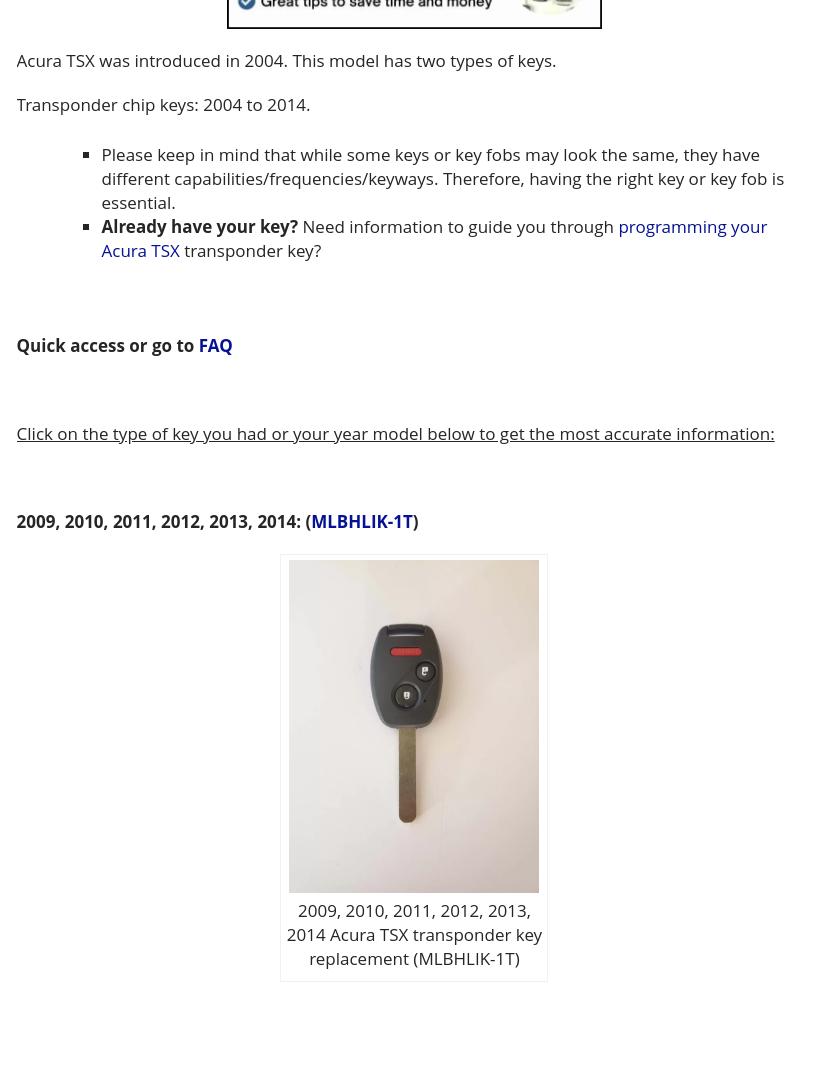 Image resolution: width=829 pixels, height=1071 pixels. Describe the element at coordinates (285, 932) in the screenshot. I see `'2009, 2010, 2011, 2012, 2013, 2014 Acura TSX transponder key replacement (MLBHLIK-1T)'` at that location.